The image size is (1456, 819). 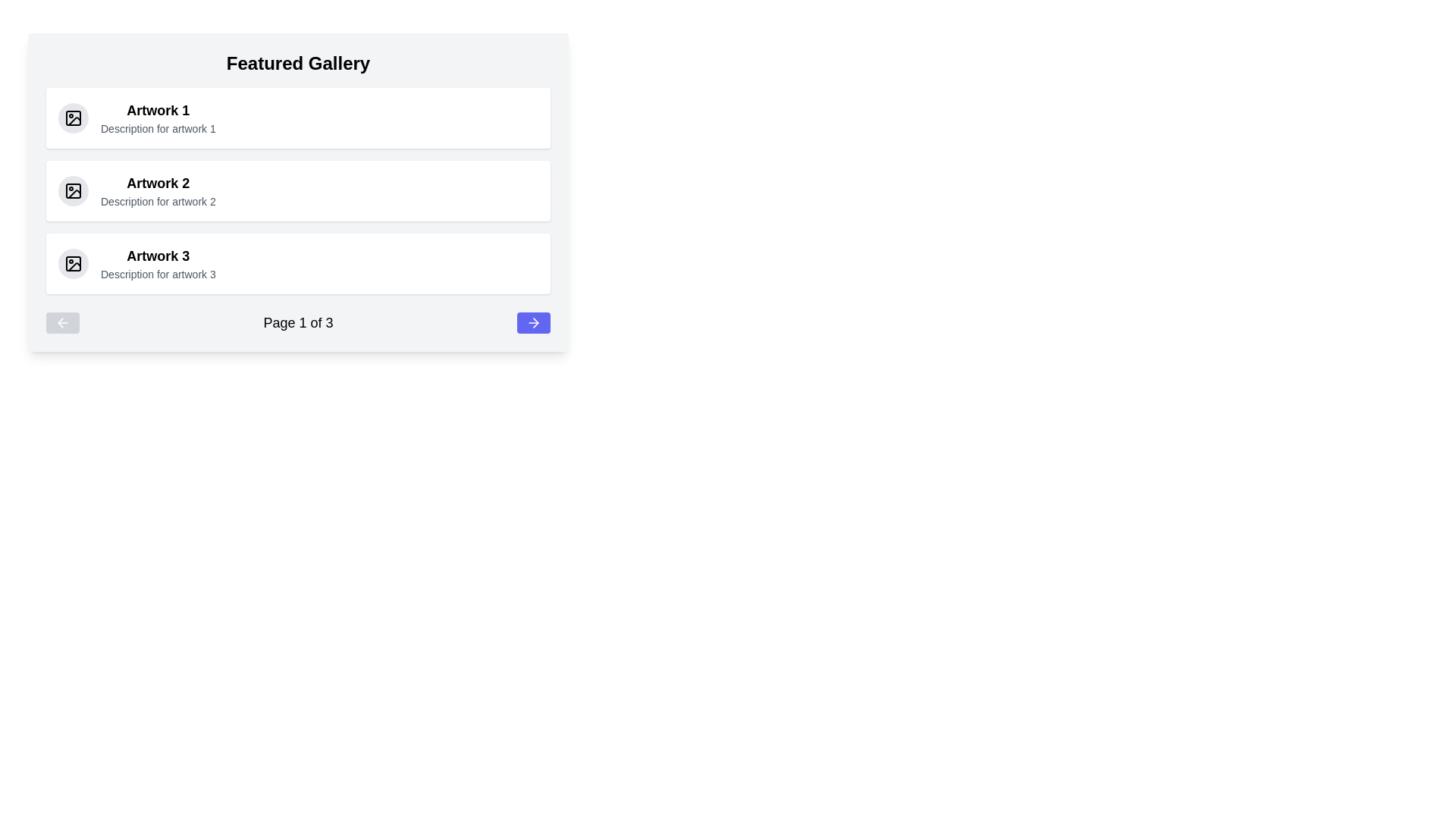 I want to click on the circular icon with a gray background and a black image-style icon located to the left of the 'Artwork 1' text in the card component, so click(x=72, y=117).